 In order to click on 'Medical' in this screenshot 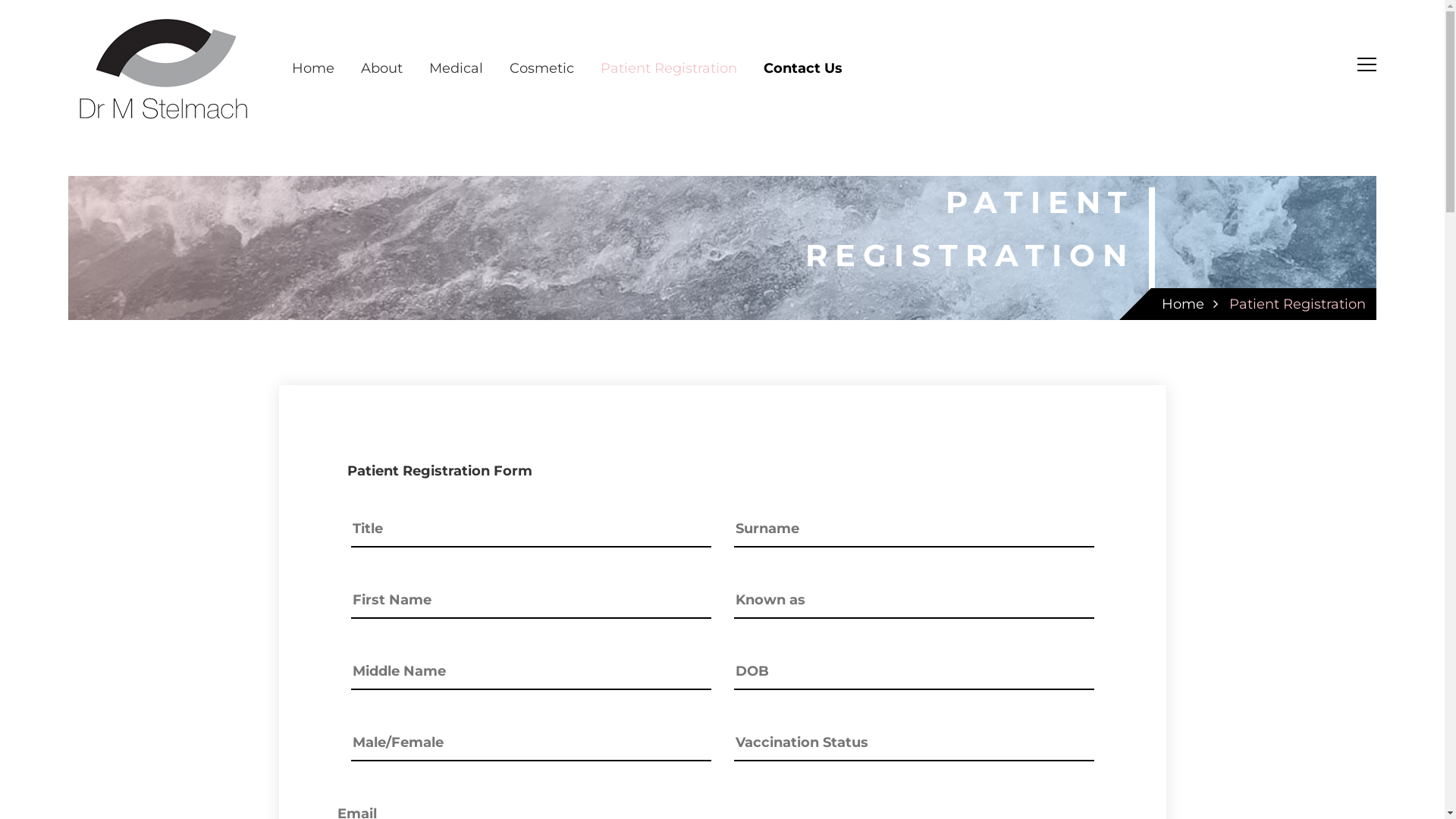, I will do `click(455, 67)`.